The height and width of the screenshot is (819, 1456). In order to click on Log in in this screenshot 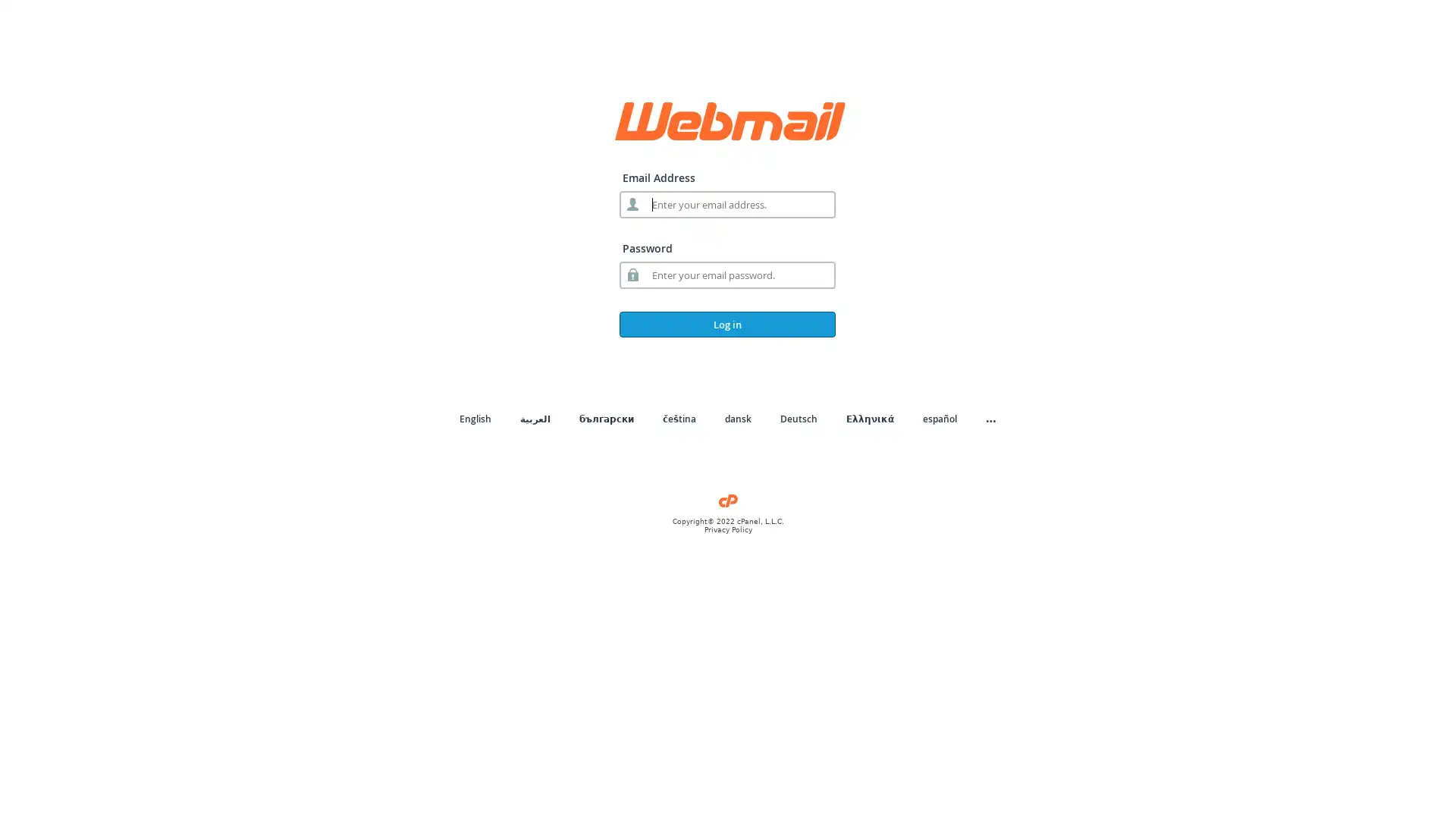, I will do `click(726, 324)`.